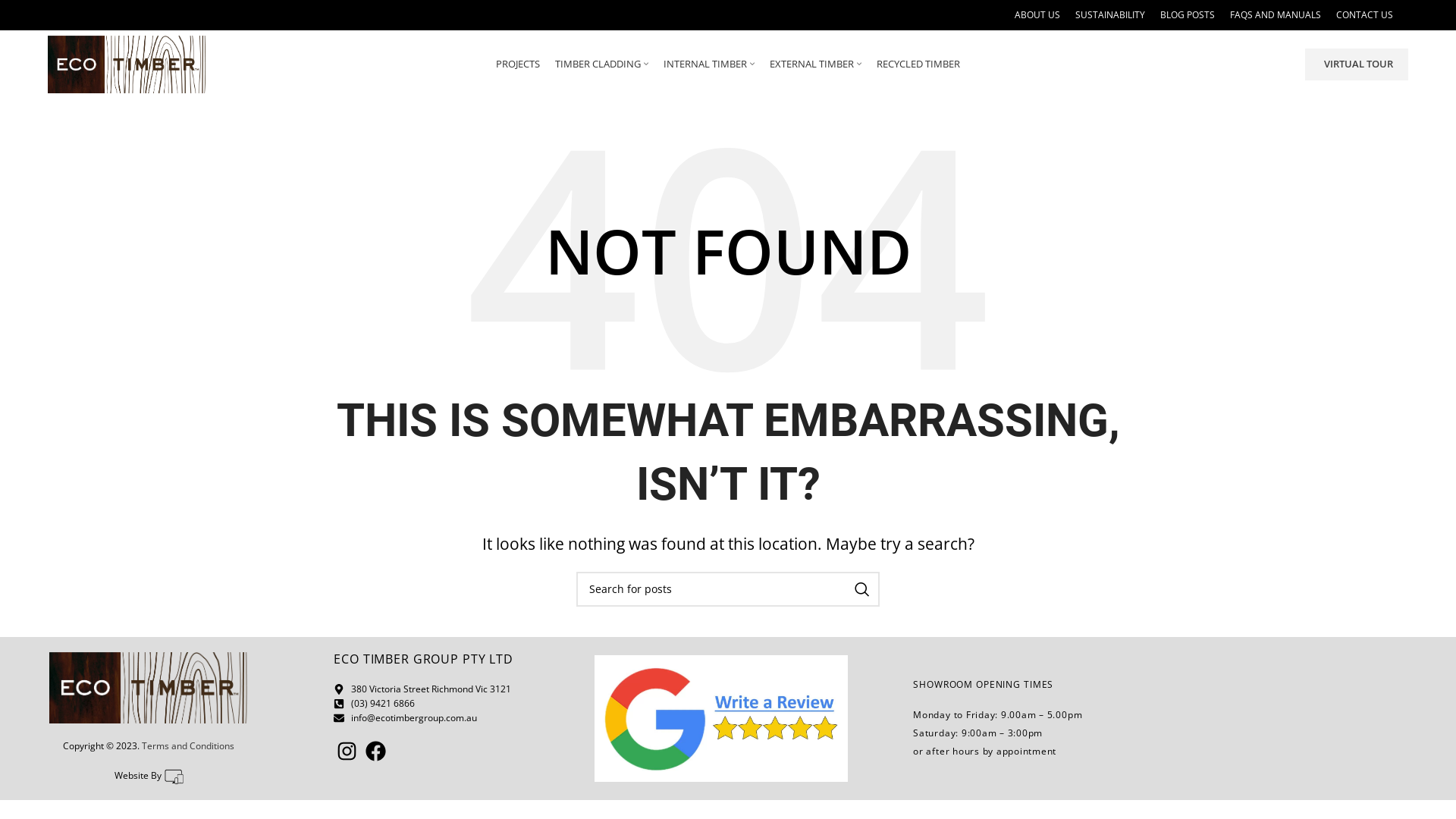 This screenshot has height=819, width=1456. Describe the element at coordinates (1357, 63) in the screenshot. I see `'VIRTUAL TOUR'` at that location.